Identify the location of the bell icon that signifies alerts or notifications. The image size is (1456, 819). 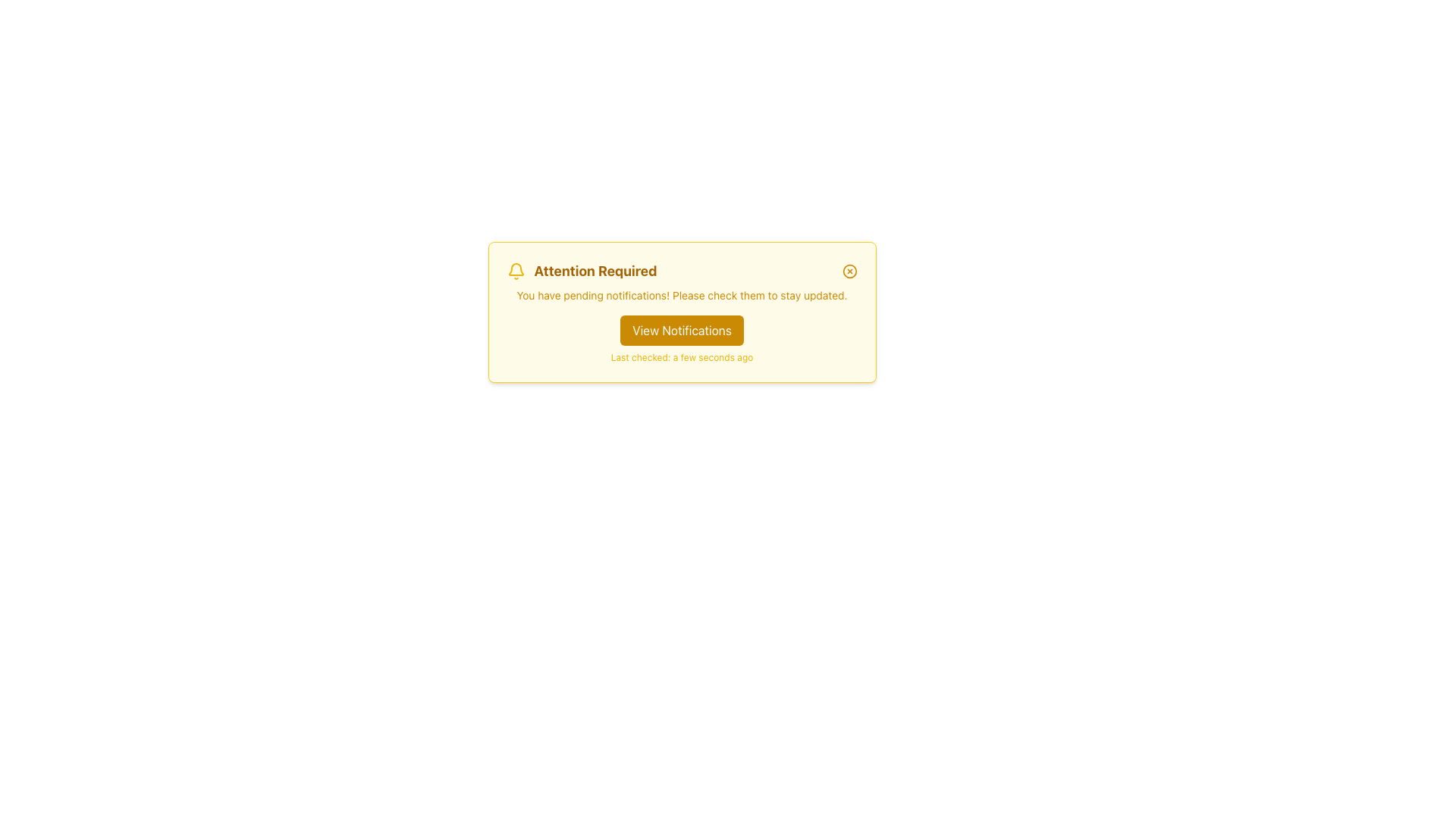
(516, 271).